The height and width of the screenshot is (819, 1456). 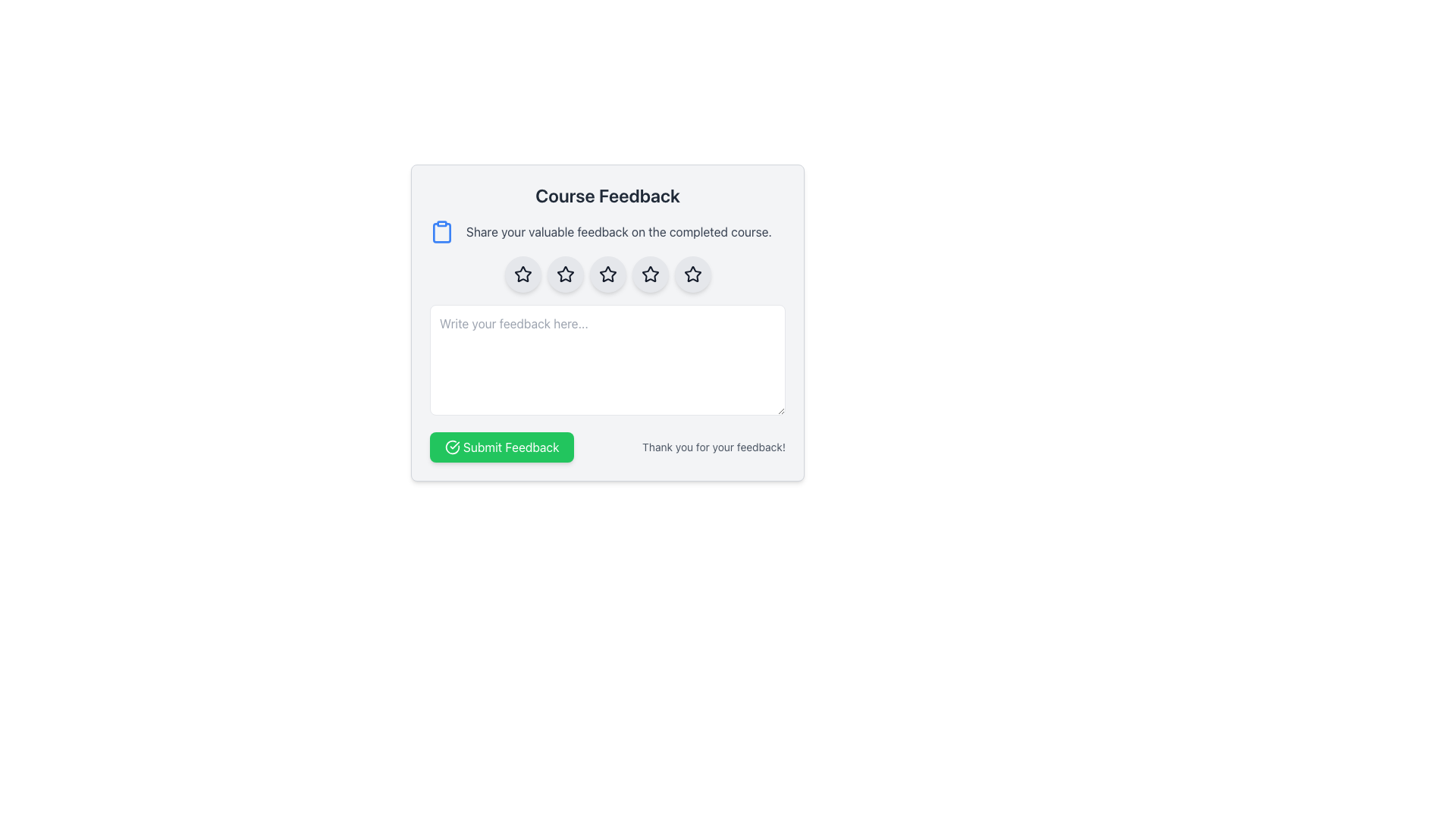 What do you see at coordinates (692, 275) in the screenshot?
I see `the fourth star icon in the rating component to provide a four-star rating` at bounding box center [692, 275].